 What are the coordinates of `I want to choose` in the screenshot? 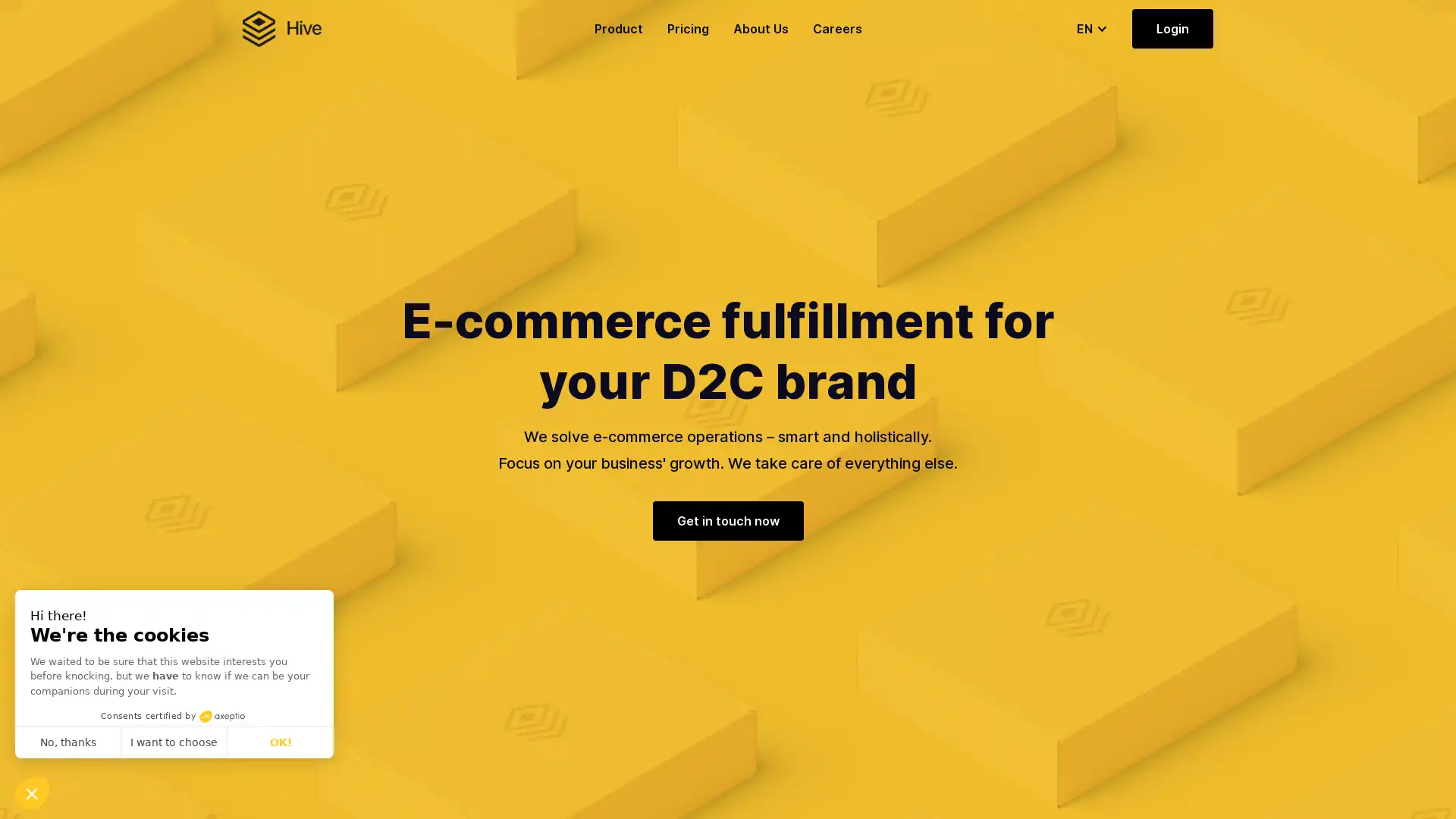 It's located at (174, 742).